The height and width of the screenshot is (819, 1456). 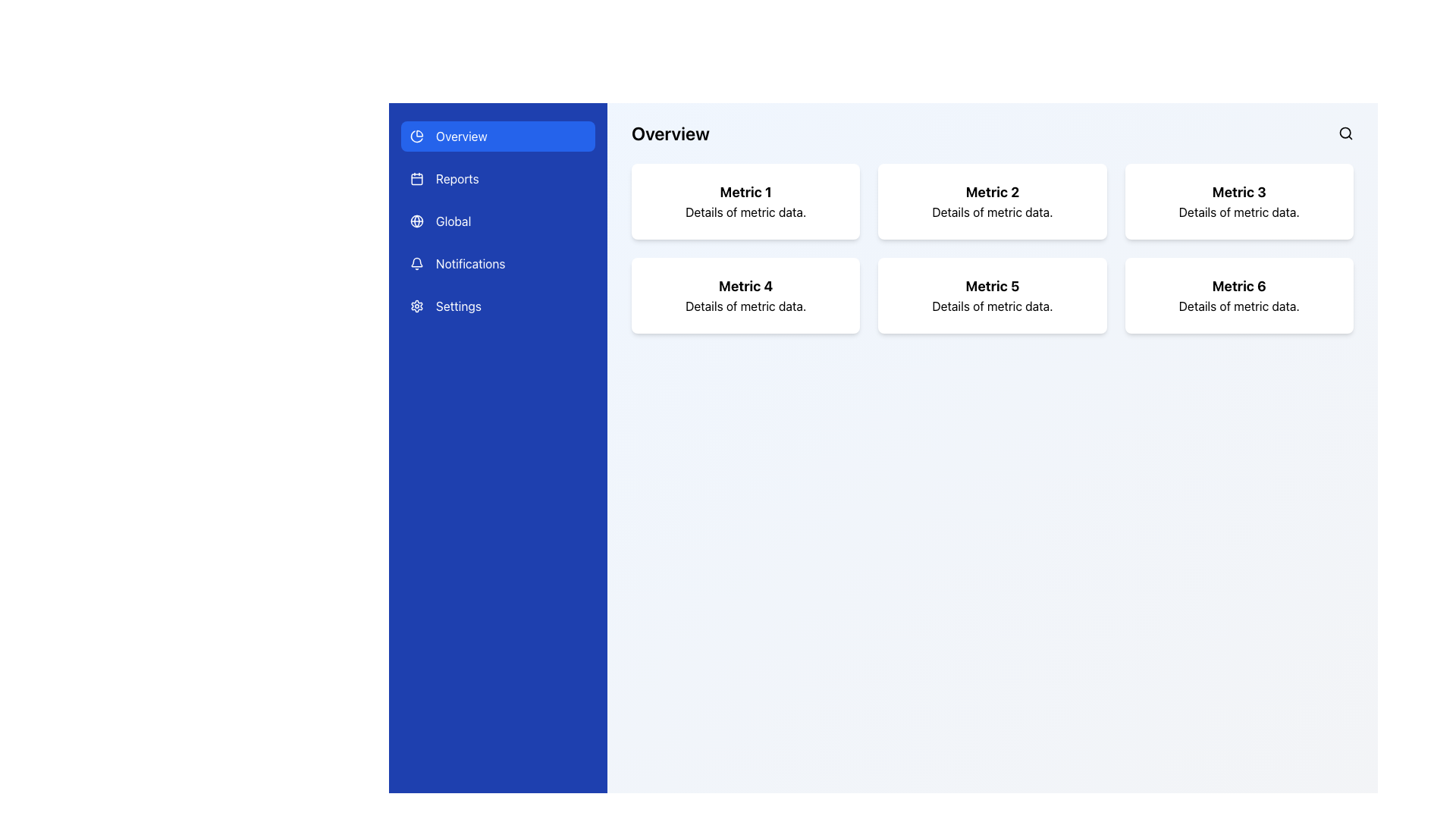 I want to click on the 'Global' menu item, which is the third item in the vertically stacked menu on the left sidebar, located between 'Reports' and 'Notifications', so click(x=498, y=221).